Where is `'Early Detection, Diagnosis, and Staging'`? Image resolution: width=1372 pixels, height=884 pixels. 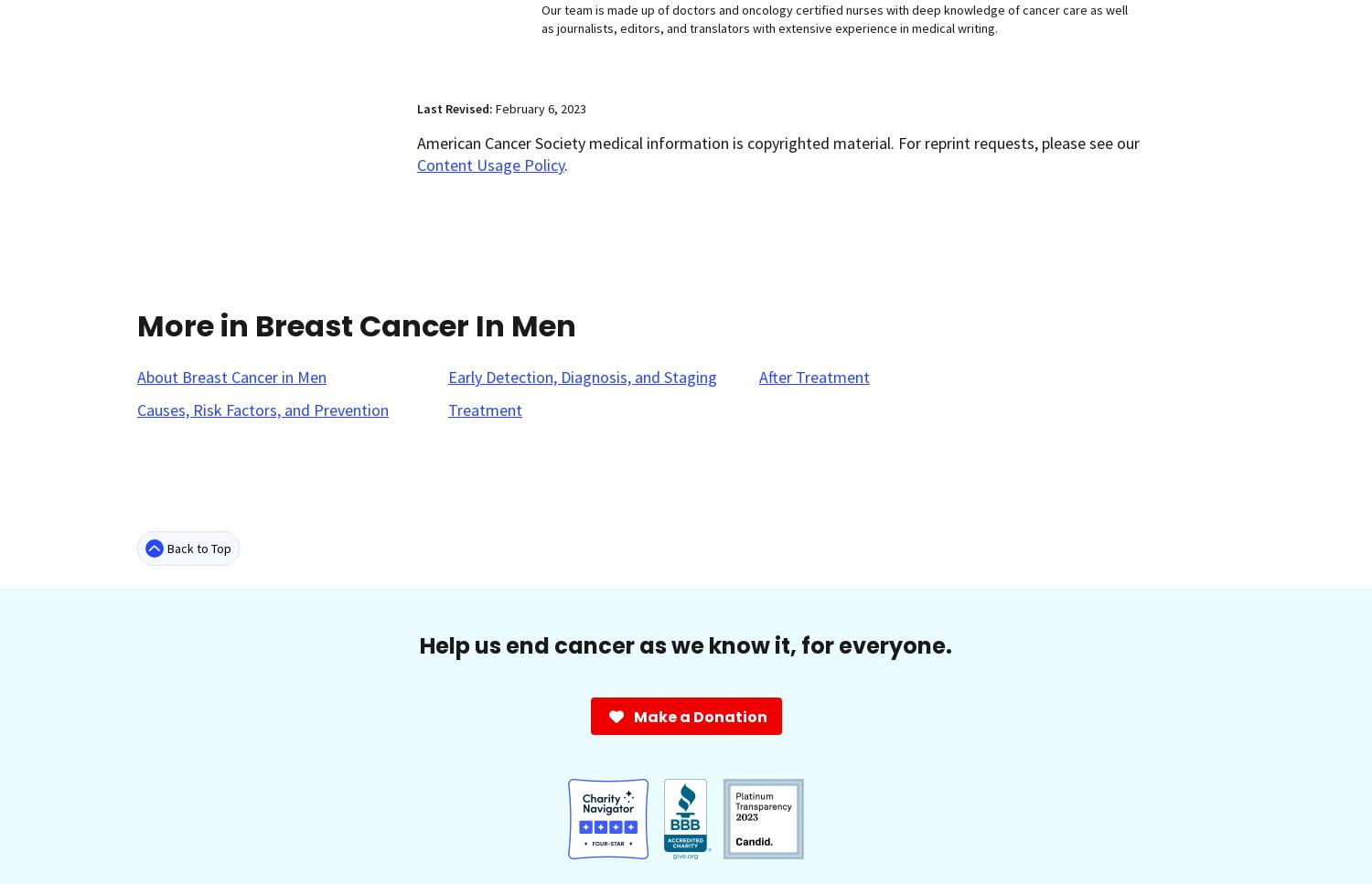
'Early Detection, Diagnosis, and Staging' is located at coordinates (446, 376).